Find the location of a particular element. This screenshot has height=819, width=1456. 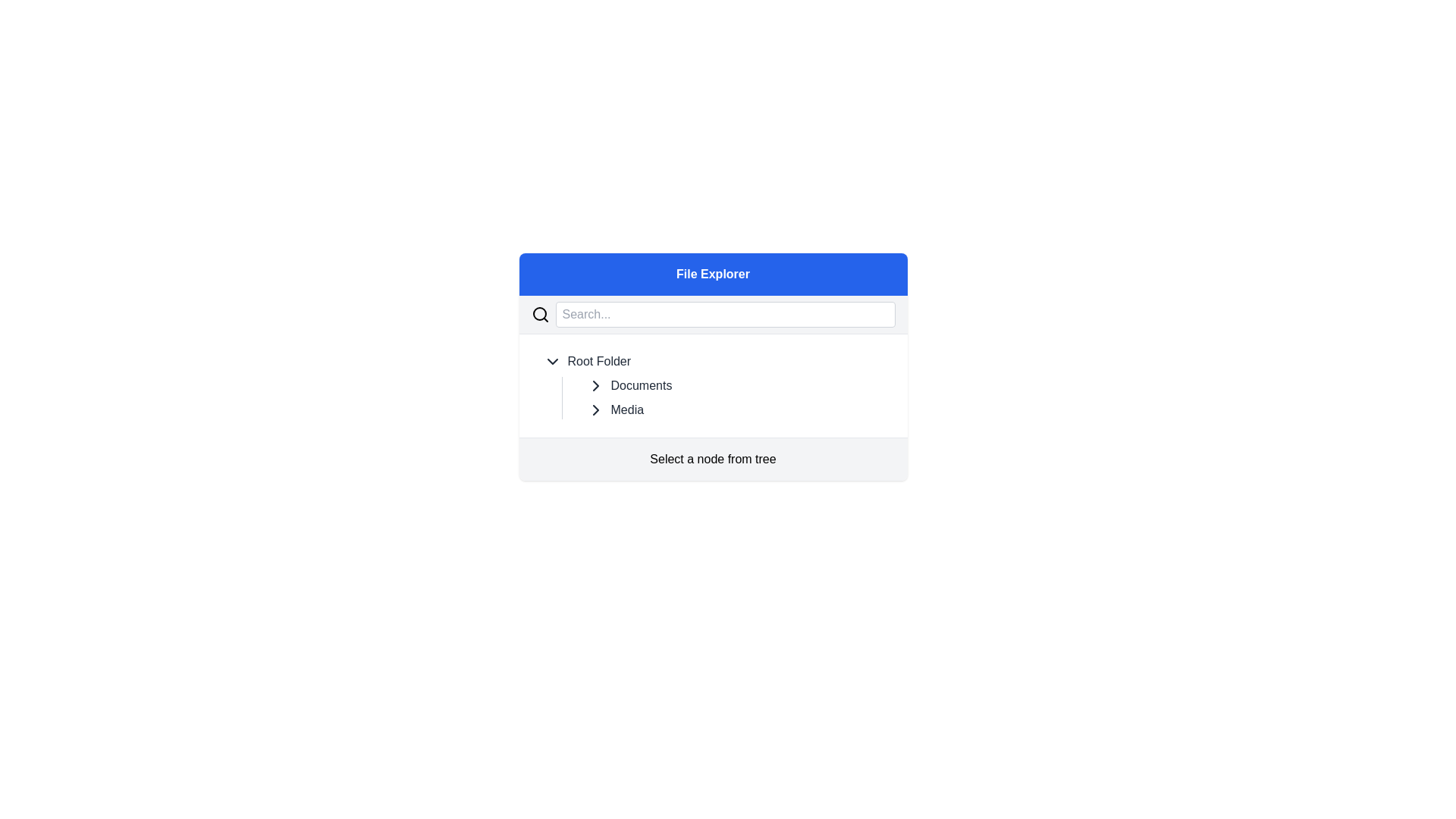

the search icon located at the far-left side of the search bar, which indicates the input field's purpose is located at coordinates (540, 314).